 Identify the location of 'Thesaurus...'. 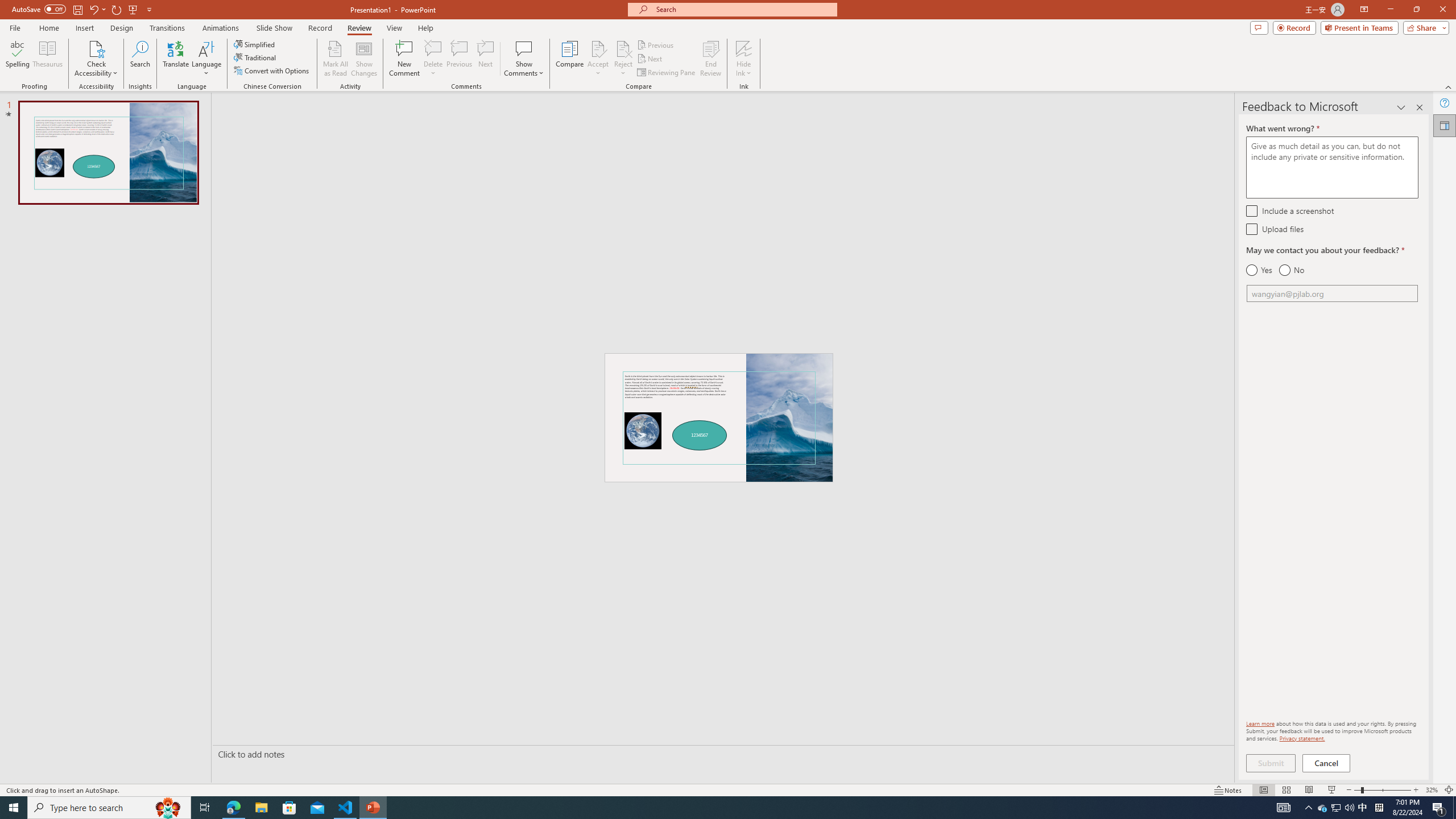
(47, 59).